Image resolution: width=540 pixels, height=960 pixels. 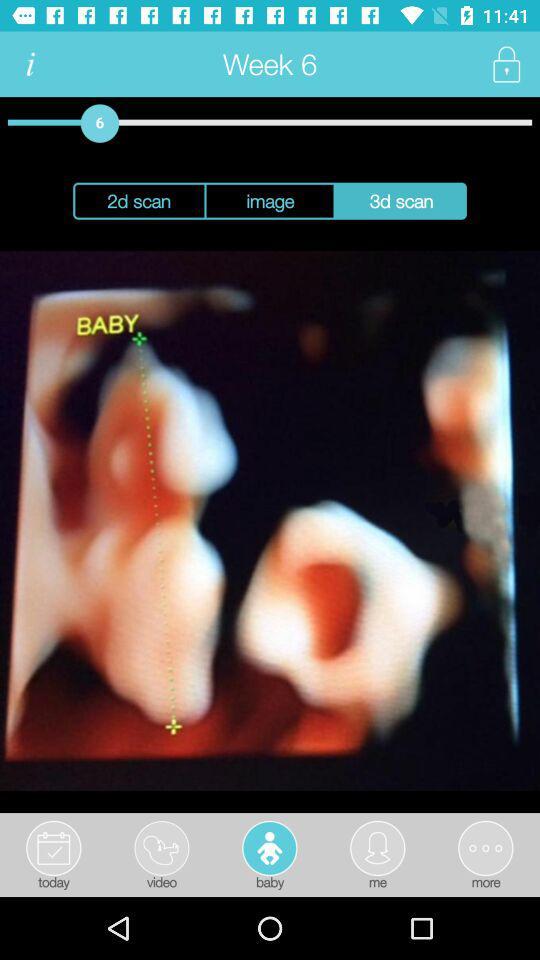 What do you see at coordinates (29, 64) in the screenshot?
I see `information icon` at bounding box center [29, 64].